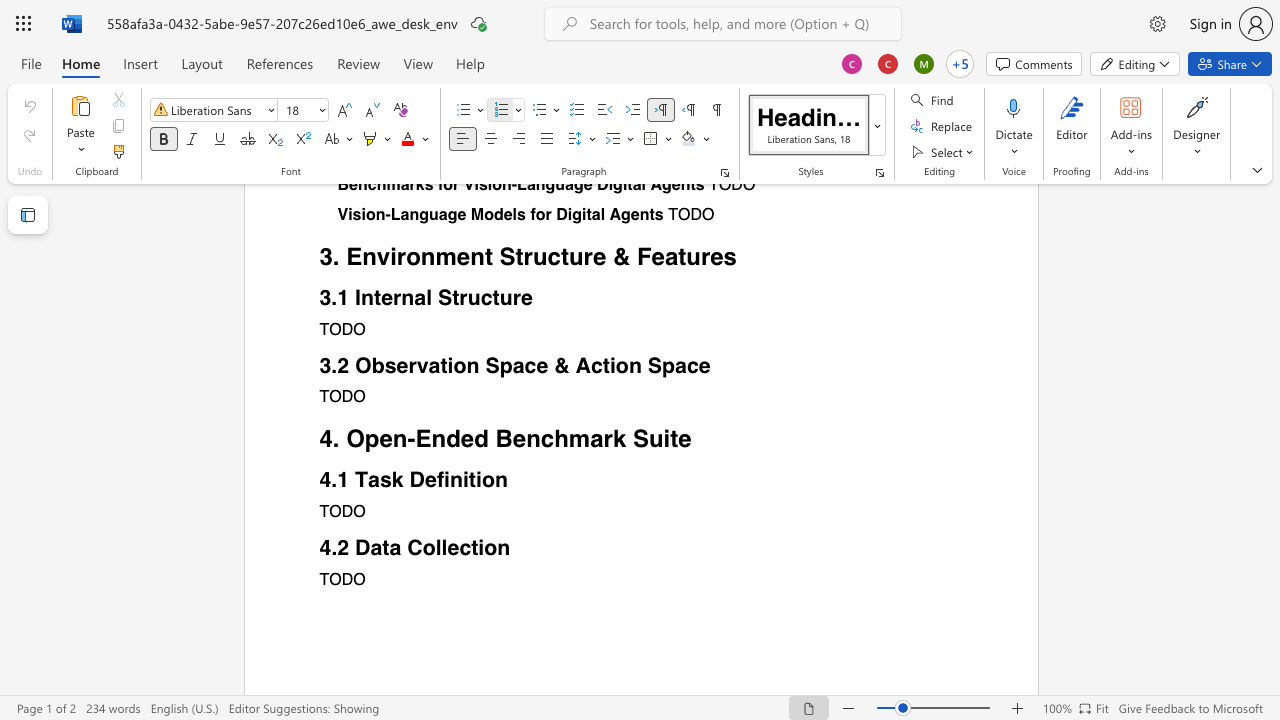  Describe the element at coordinates (640, 438) in the screenshot. I see `the 1th character "S" in the text` at that location.